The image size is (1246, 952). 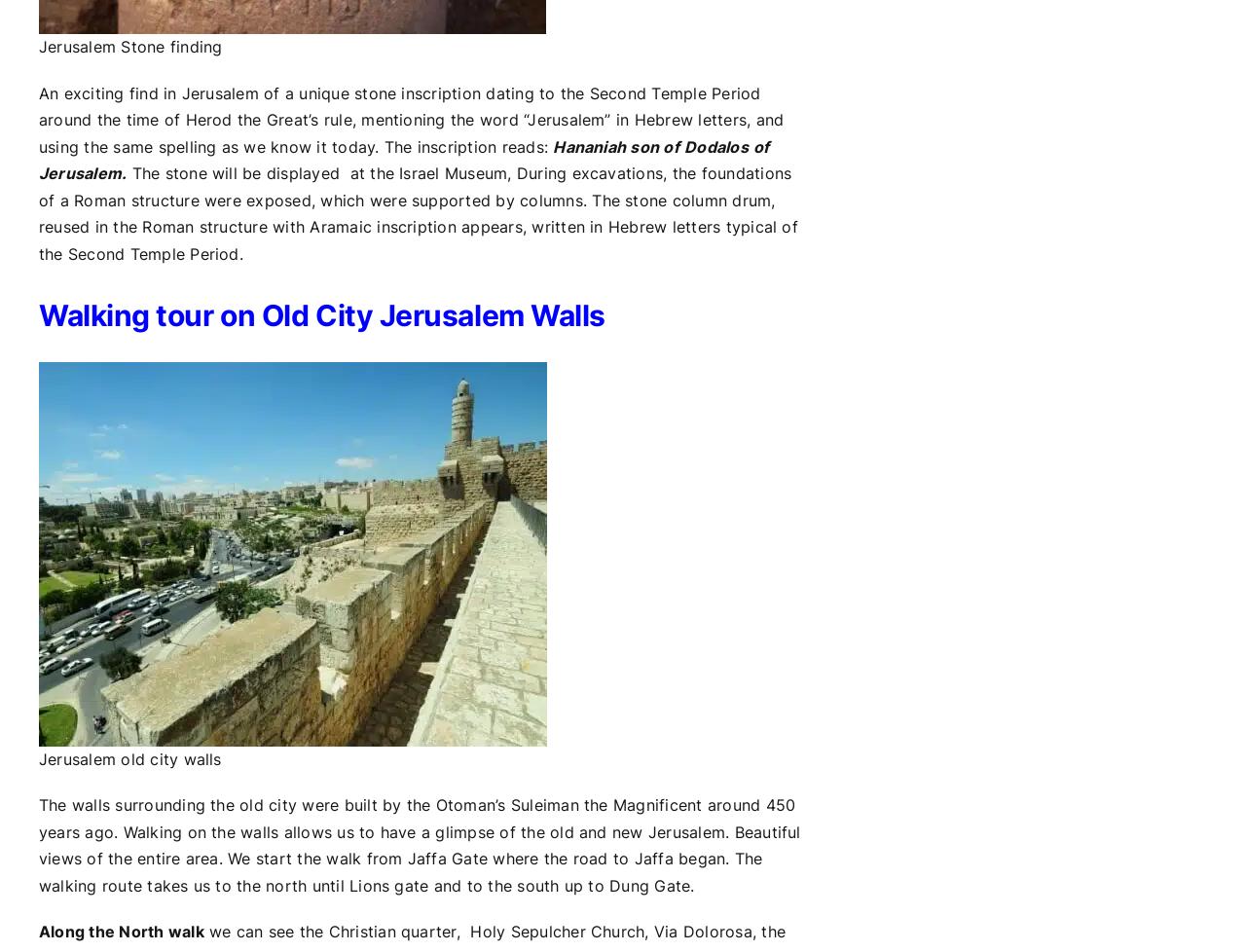 What do you see at coordinates (120, 930) in the screenshot?
I see `'Along the North walk'` at bounding box center [120, 930].